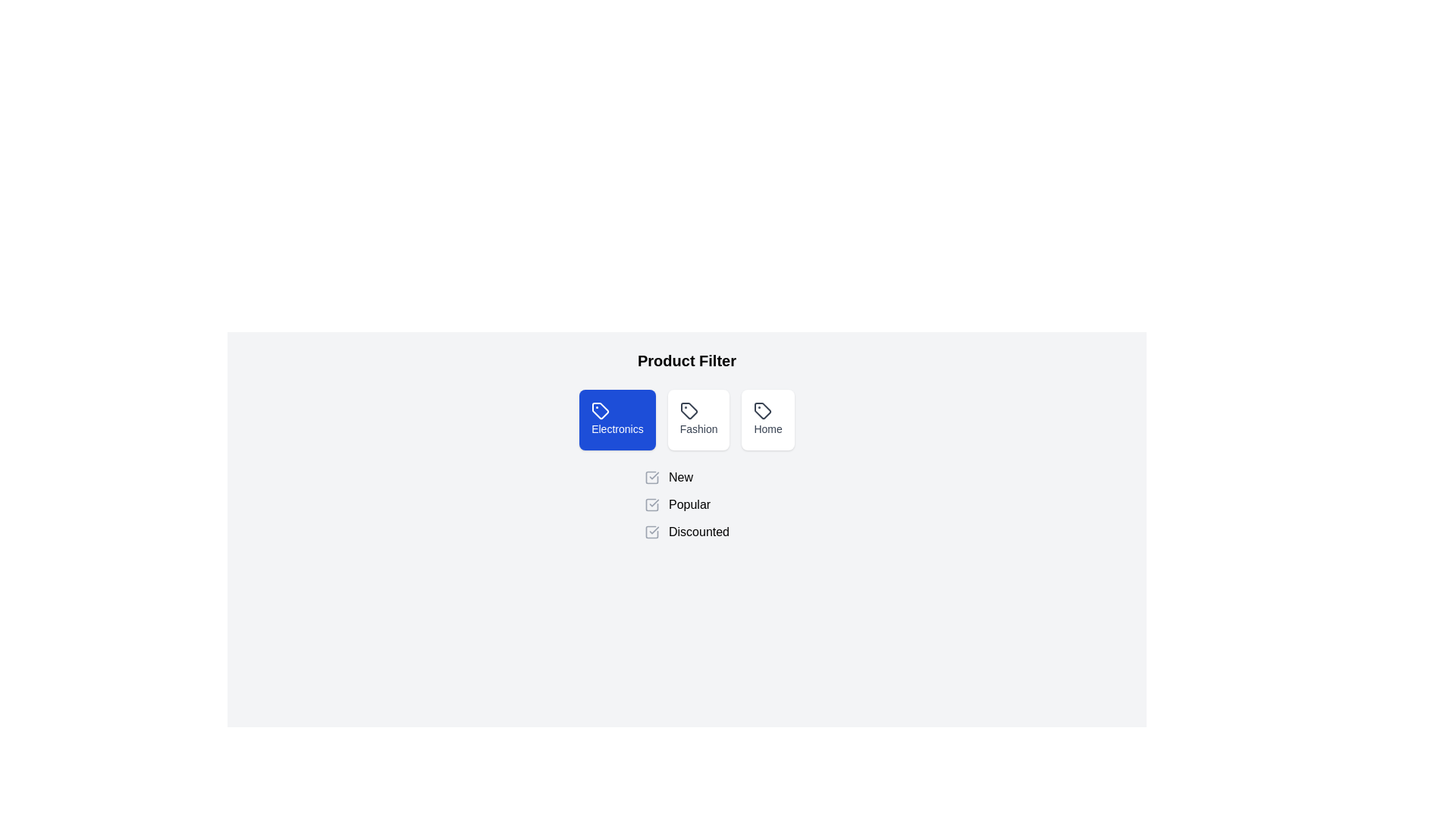 The width and height of the screenshot is (1456, 819). What do you see at coordinates (767, 420) in the screenshot?
I see `the product type Home by clicking on its respective button` at bounding box center [767, 420].